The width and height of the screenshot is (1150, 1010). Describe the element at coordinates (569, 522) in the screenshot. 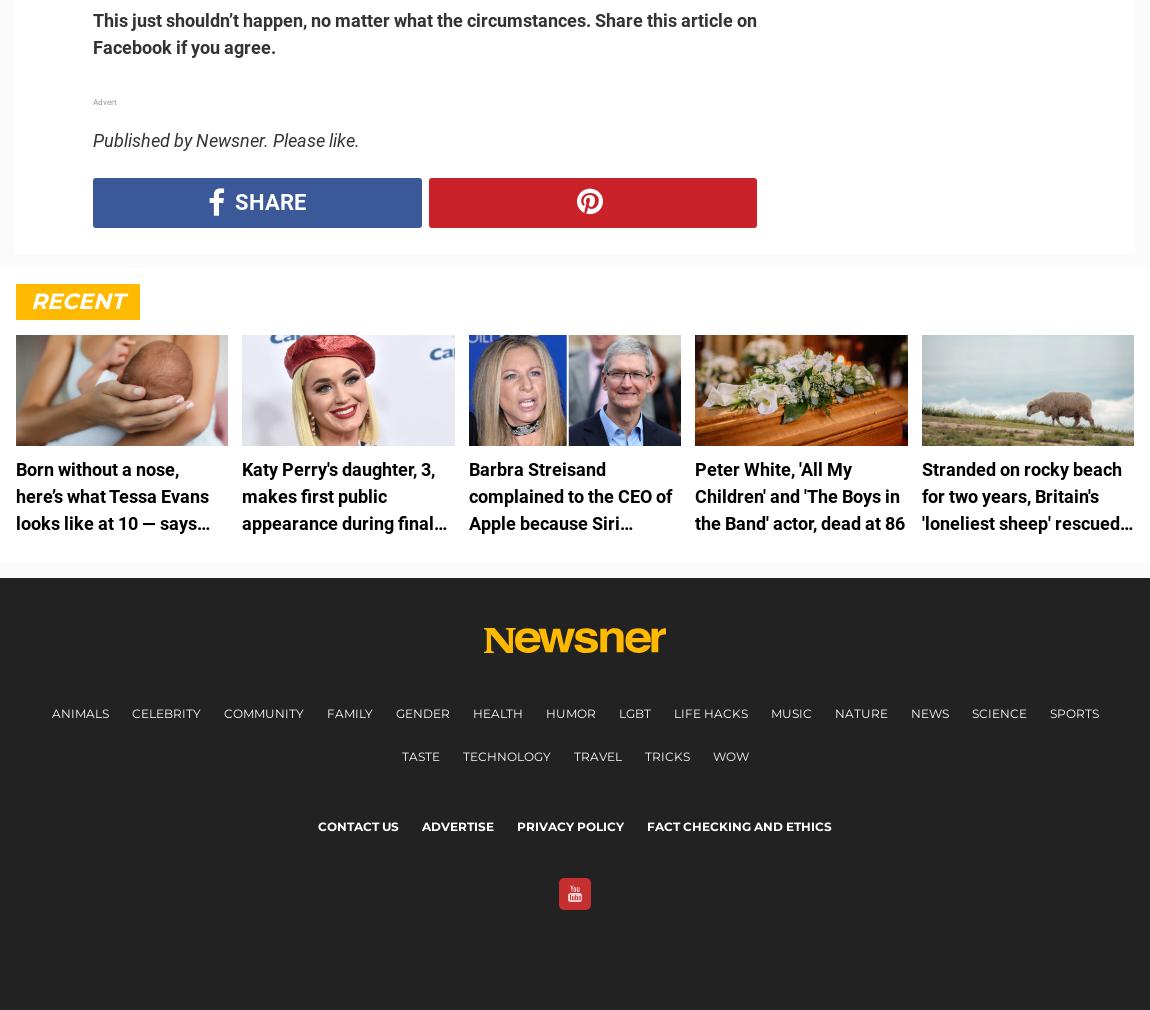

I see `'Barbra Streisand complained to the CEO of Apple because Siri couldn't pronounce her name'` at that location.